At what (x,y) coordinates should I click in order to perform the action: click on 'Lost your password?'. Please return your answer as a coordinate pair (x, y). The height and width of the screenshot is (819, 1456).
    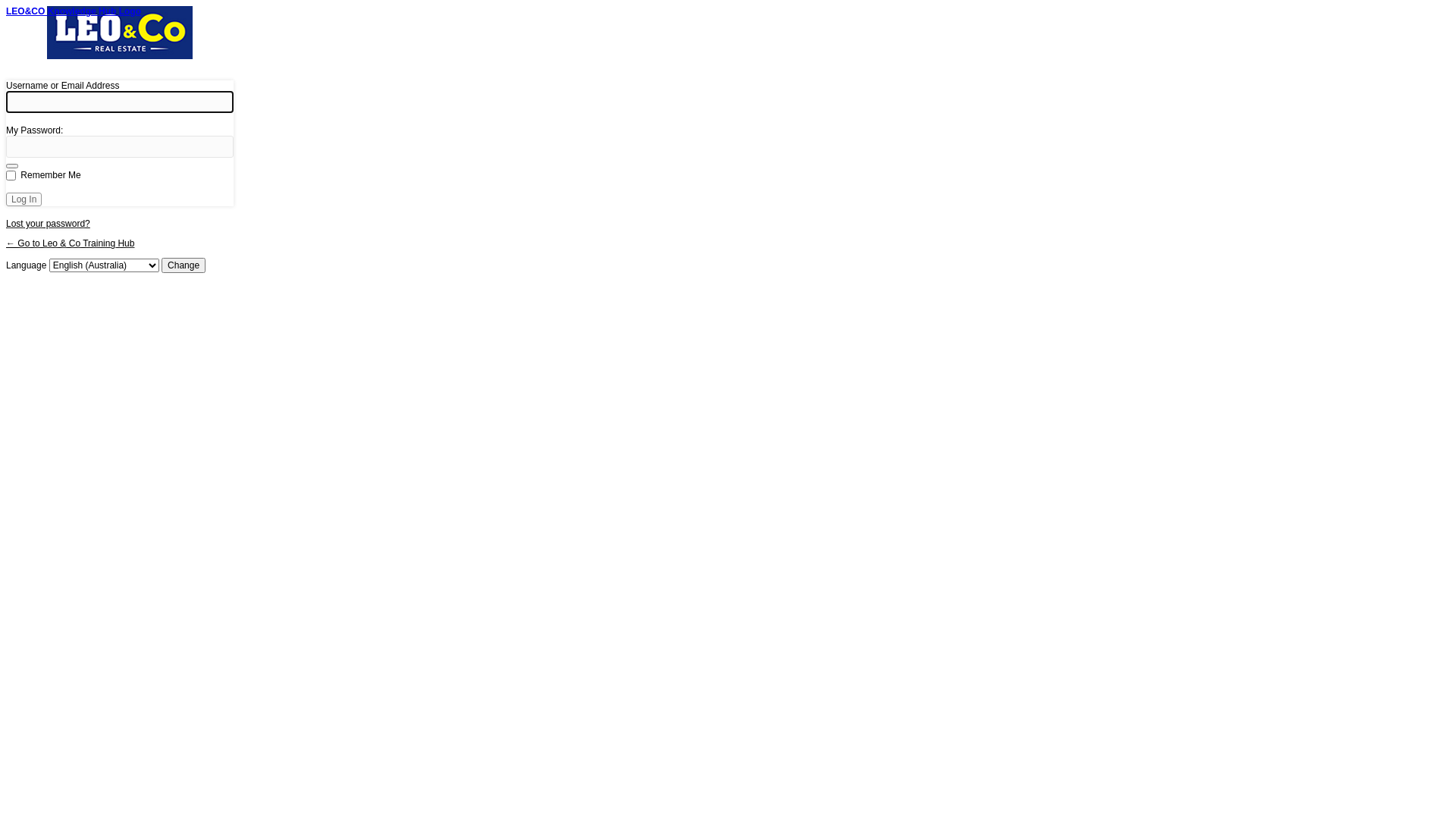
    Looking at the image, I should click on (48, 223).